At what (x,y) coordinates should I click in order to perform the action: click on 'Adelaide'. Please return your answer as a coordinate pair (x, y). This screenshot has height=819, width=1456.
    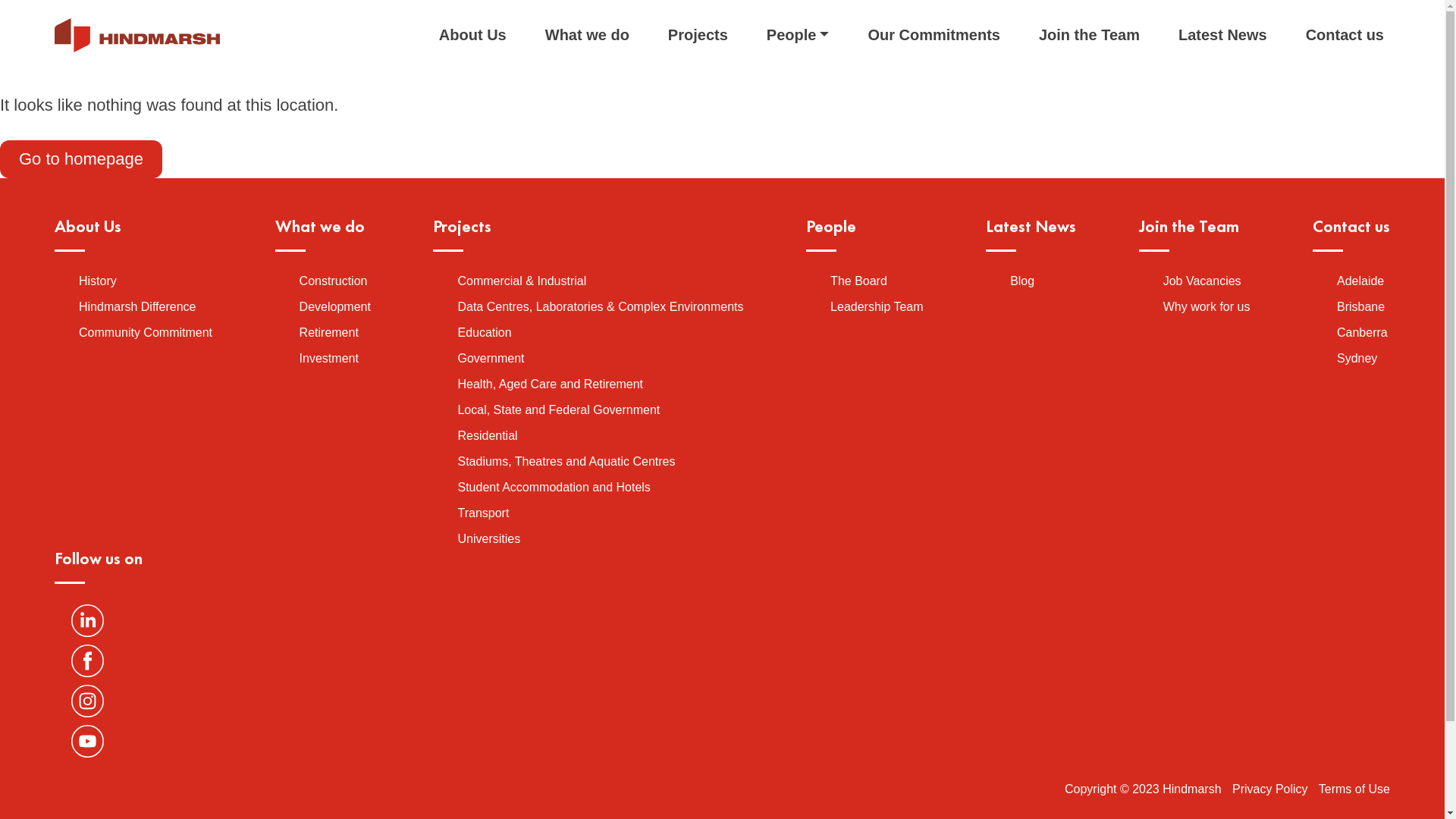
    Looking at the image, I should click on (1336, 281).